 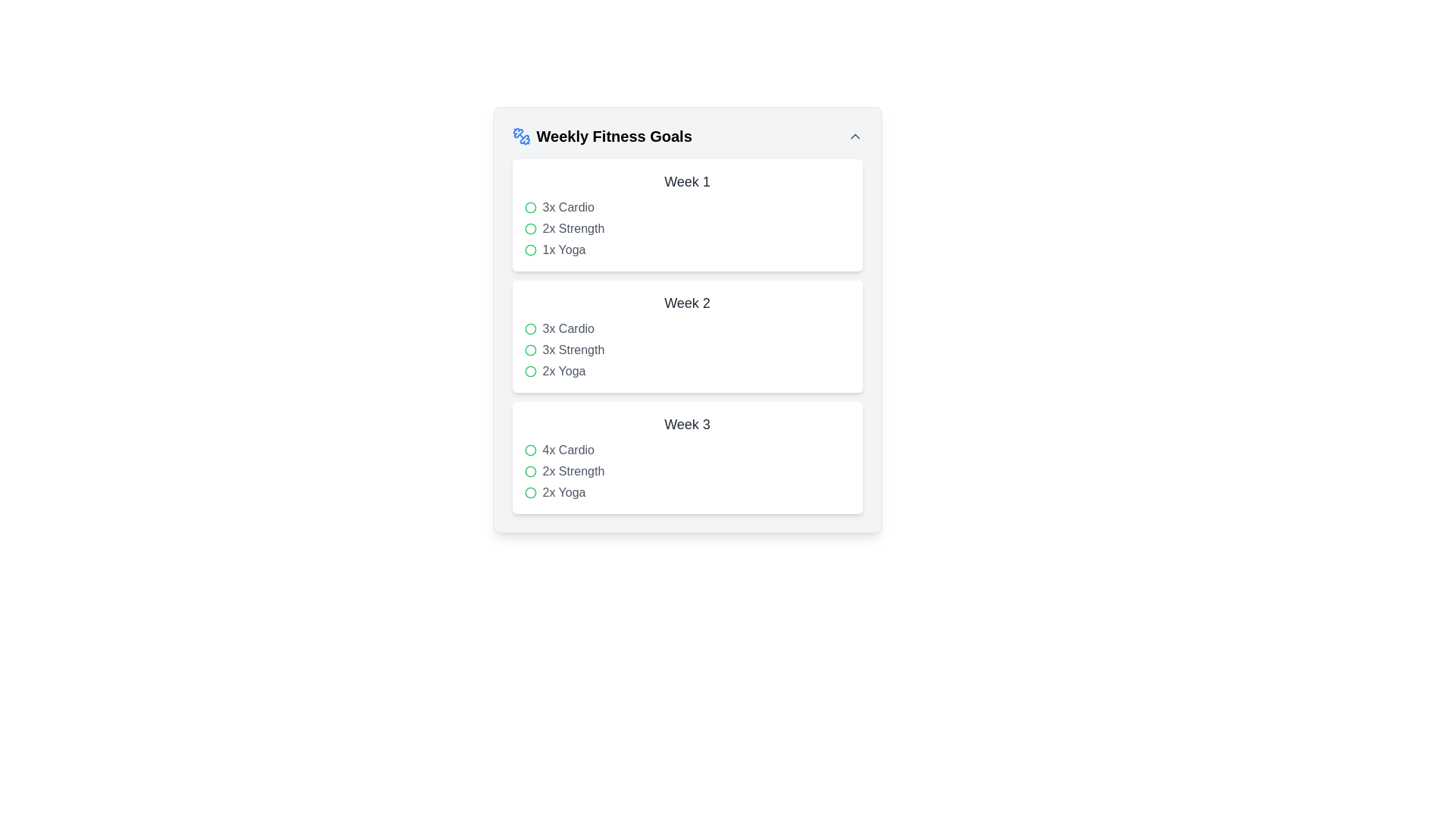 What do you see at coordinates (530, 228) in the screenshot?
I see `the circular visual cue indicating the '2x Strength' status, located to the left of the text within the 'Weekly Fitness Goals' section for 'Week 1'` at bounding box center [530, 228].